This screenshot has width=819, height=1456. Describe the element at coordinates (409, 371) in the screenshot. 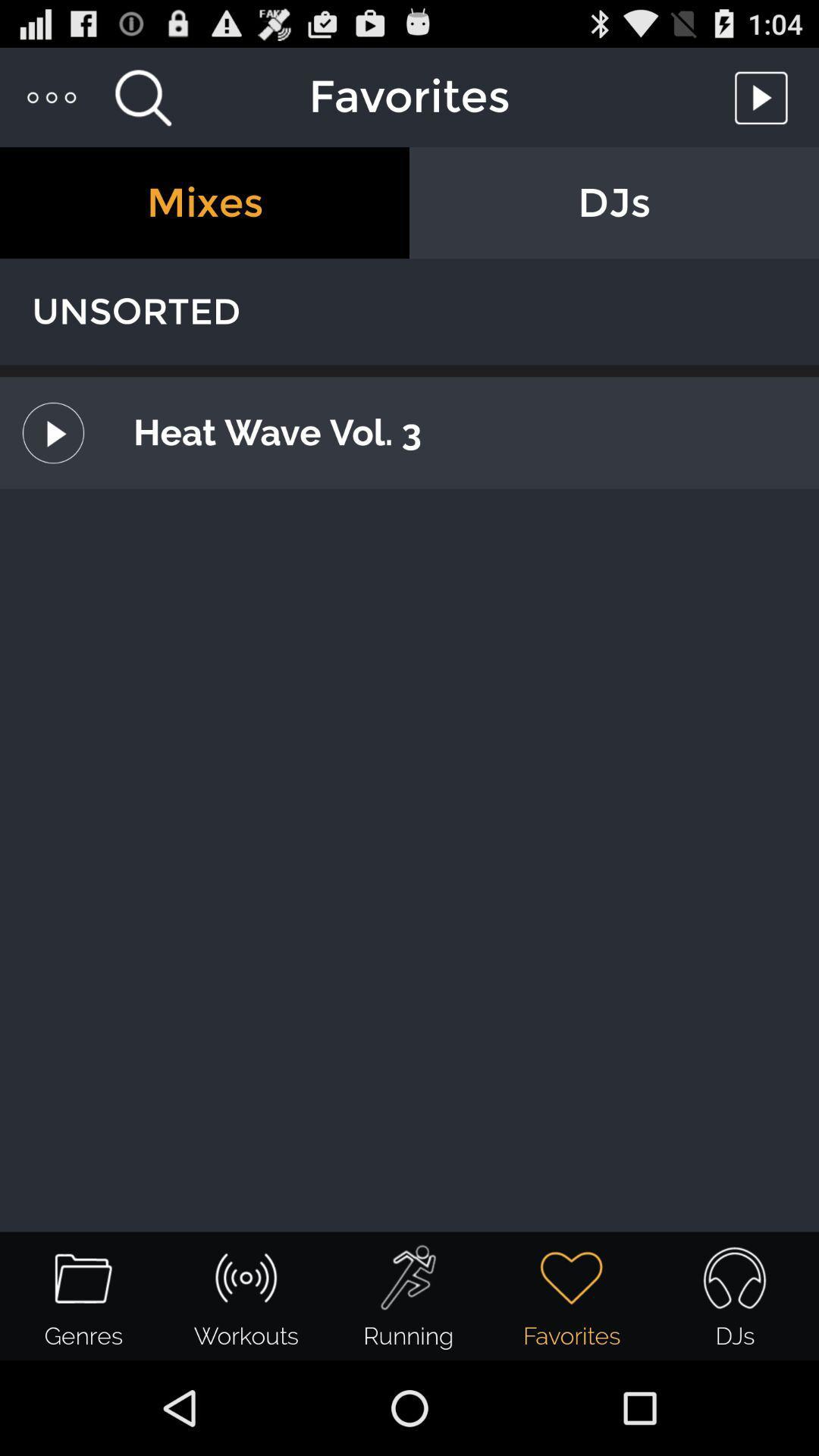

I see `the item below the unsorted` at that location.